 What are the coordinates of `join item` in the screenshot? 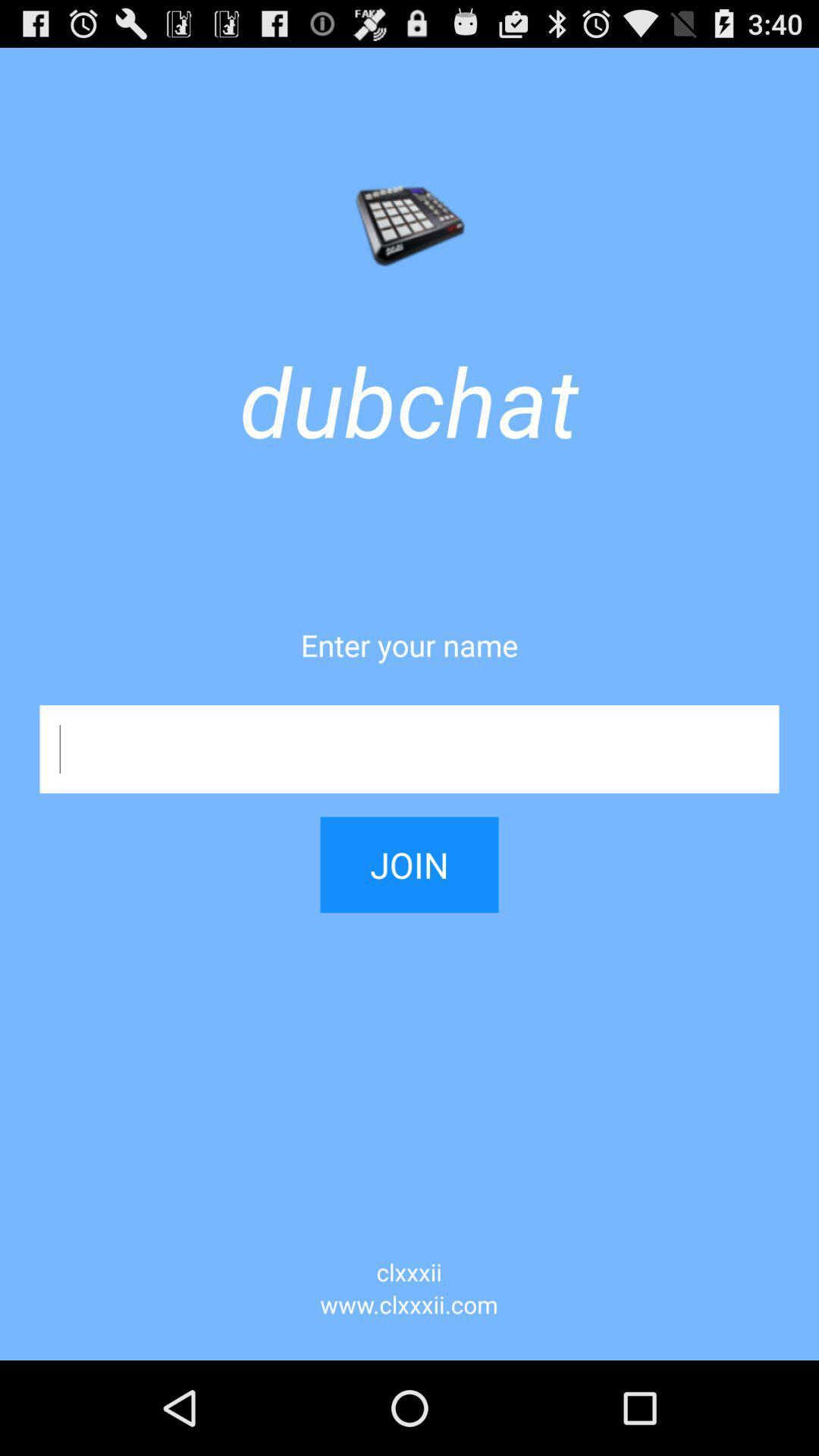 It's located at (409, 852).